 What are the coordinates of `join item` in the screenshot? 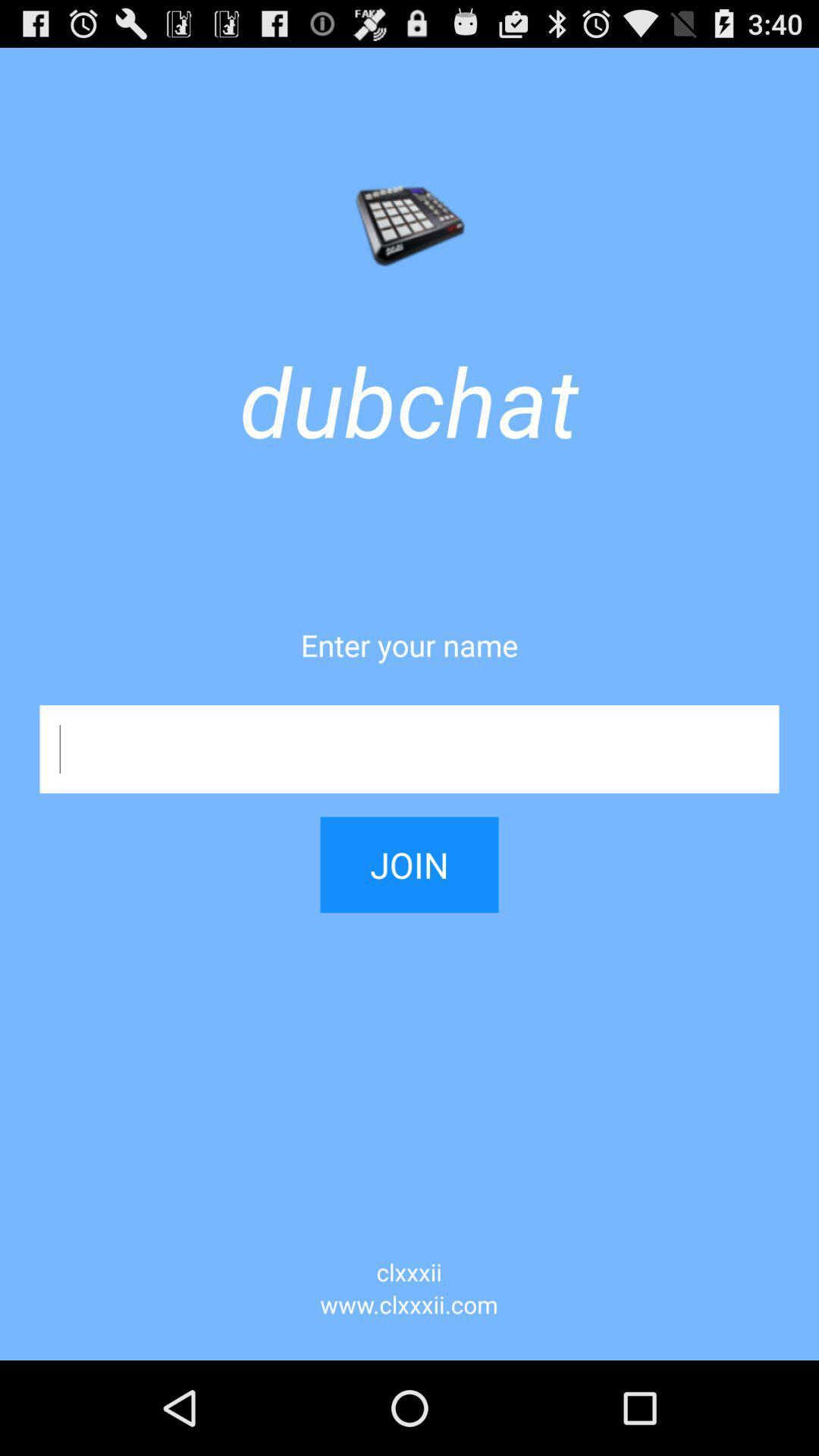 It's located at (409, 852).